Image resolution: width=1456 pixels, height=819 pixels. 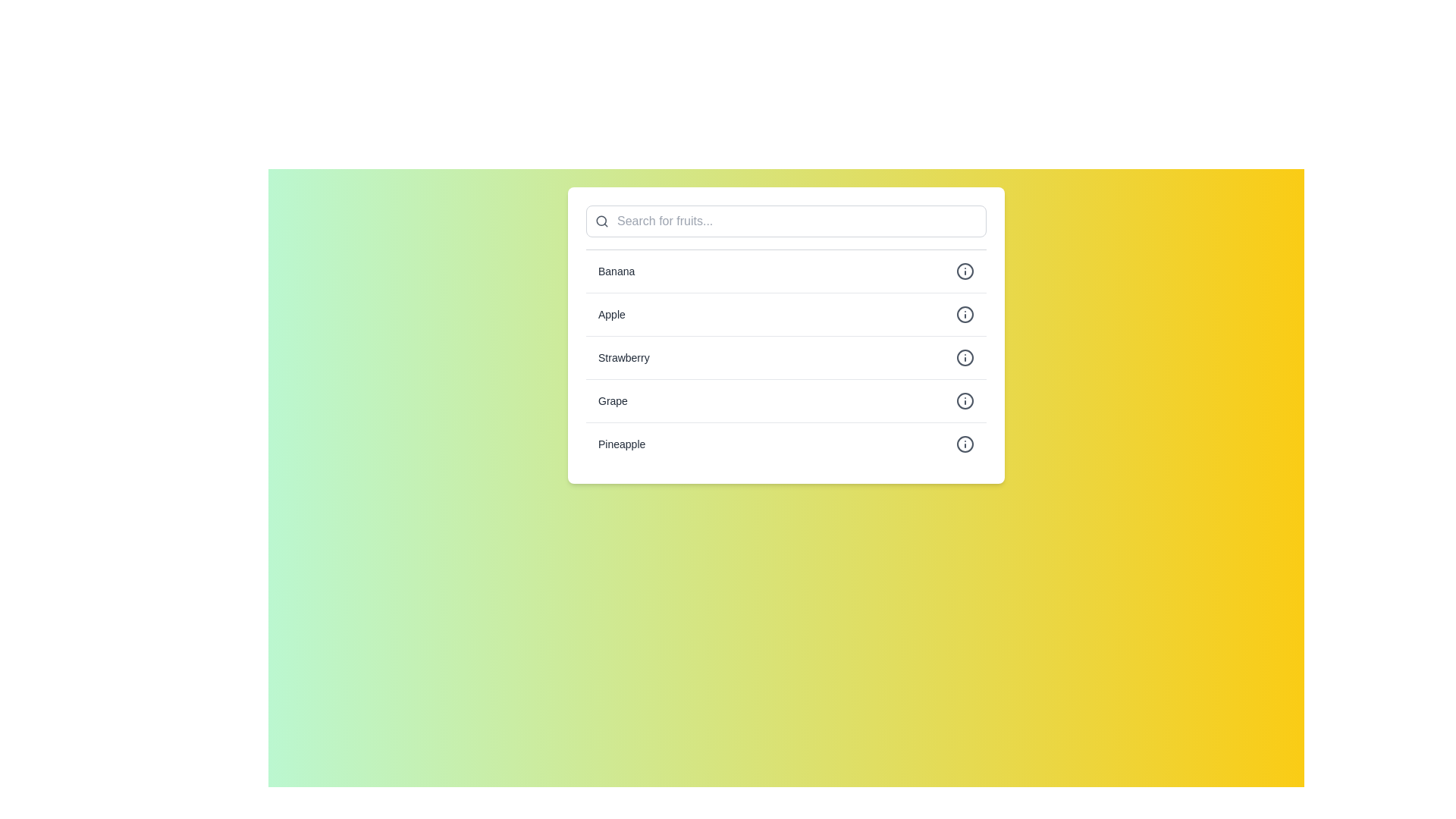 What do you see at coordinates (964, 400) in the screenshot?
I see `the central circular part of the 'info' icon next to the 'Grape' list item in the vertical list of fruit options` at bounding box center [964, 400].